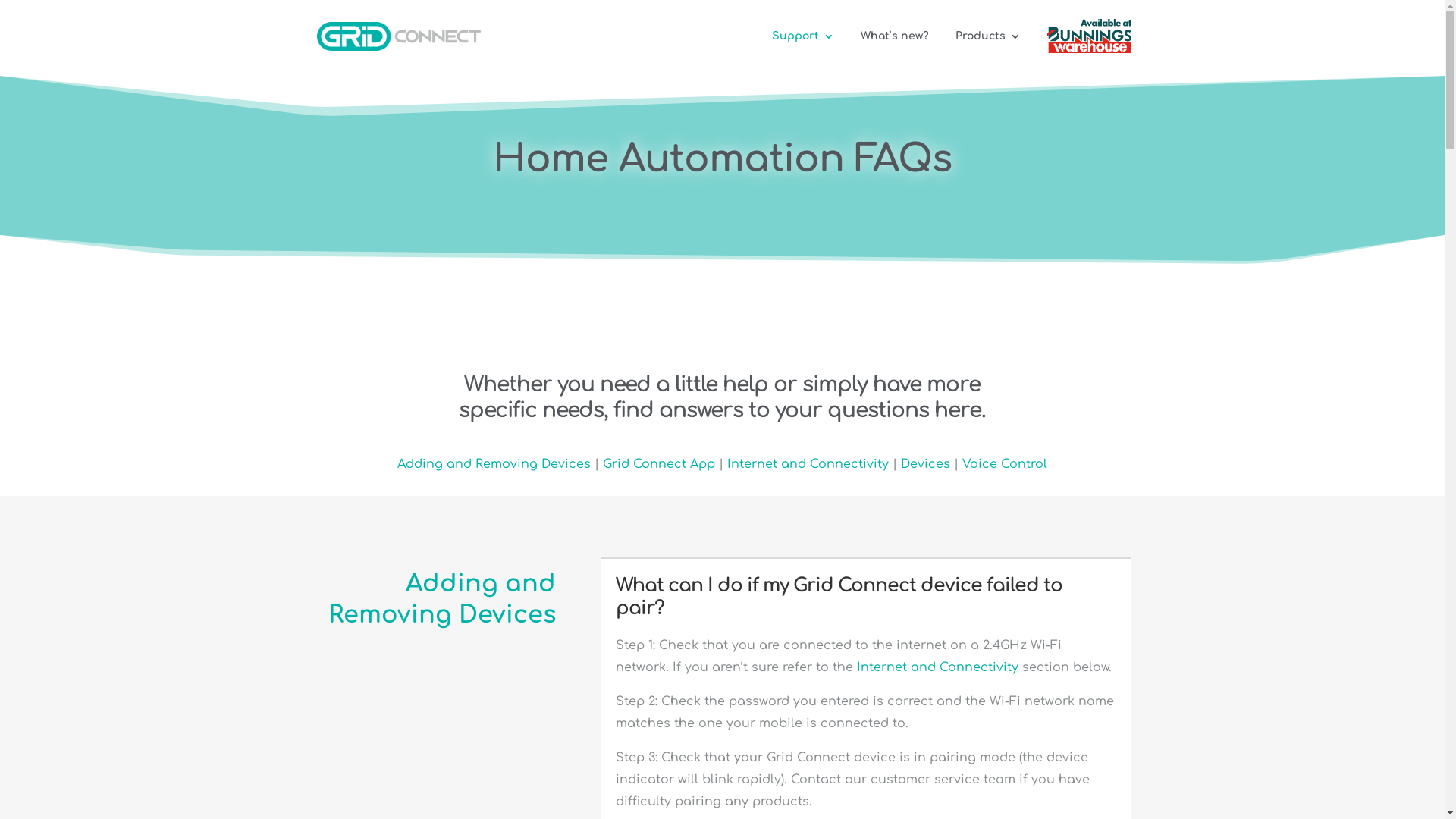  Describe the element at coordinates (924, 463) in the screenshot. I see `'Devices'` at that location.